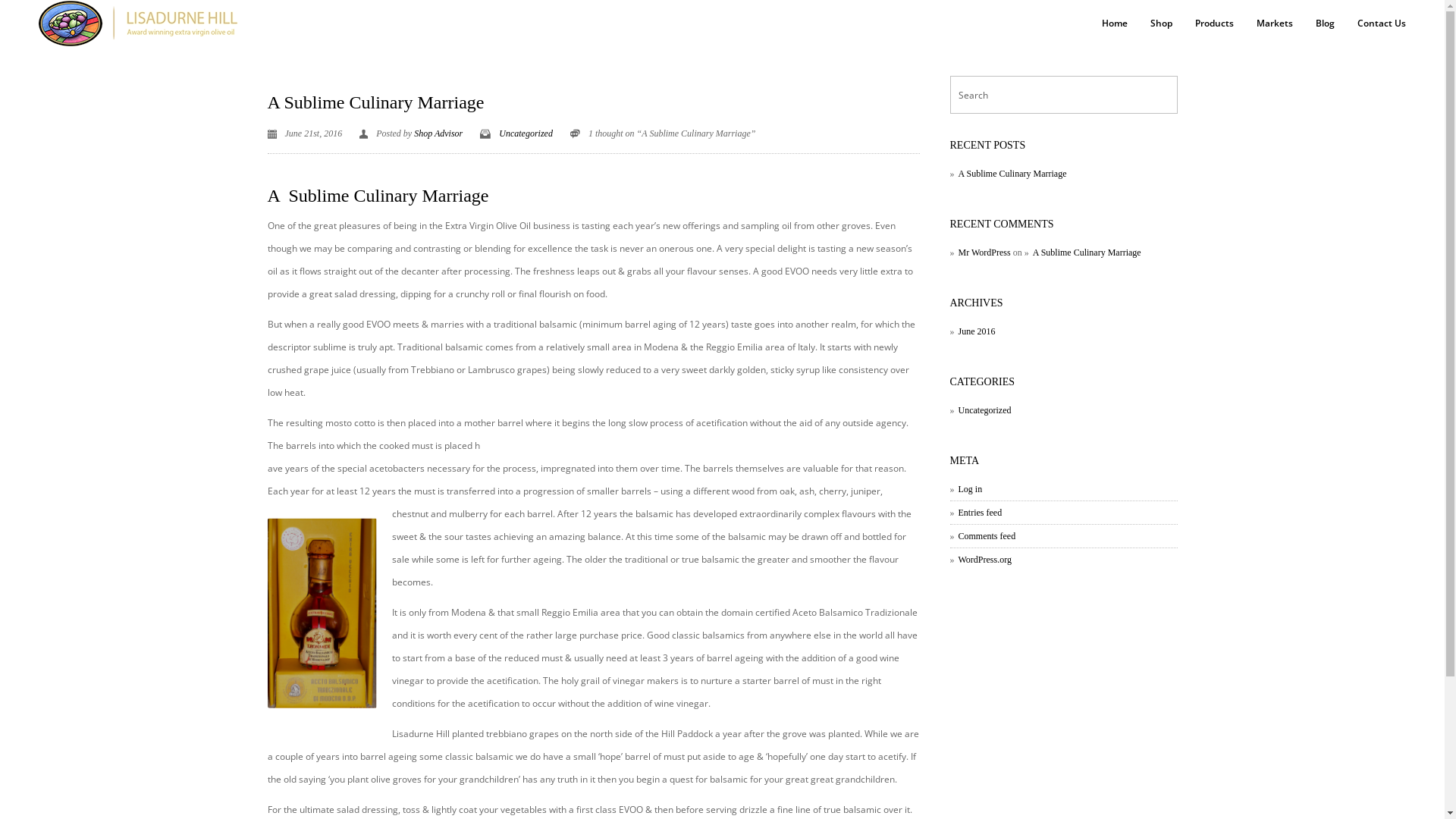  Describe the element at coordinates (1160, 23) in the screenshot. I see `'Shop'` at that location.